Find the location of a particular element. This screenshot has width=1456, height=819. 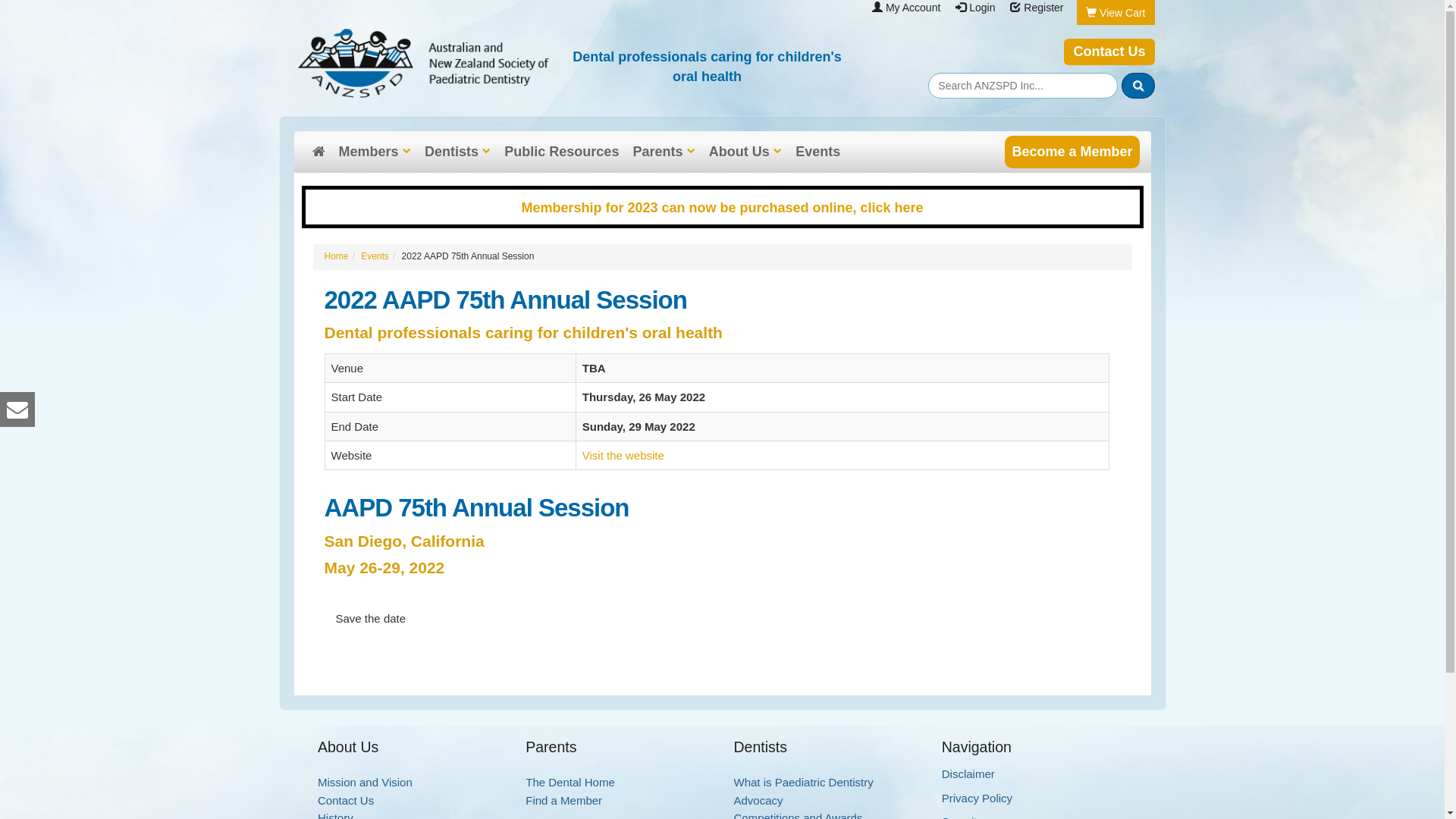

'ANZSPD Inc' is located at coordinates (422, 62).